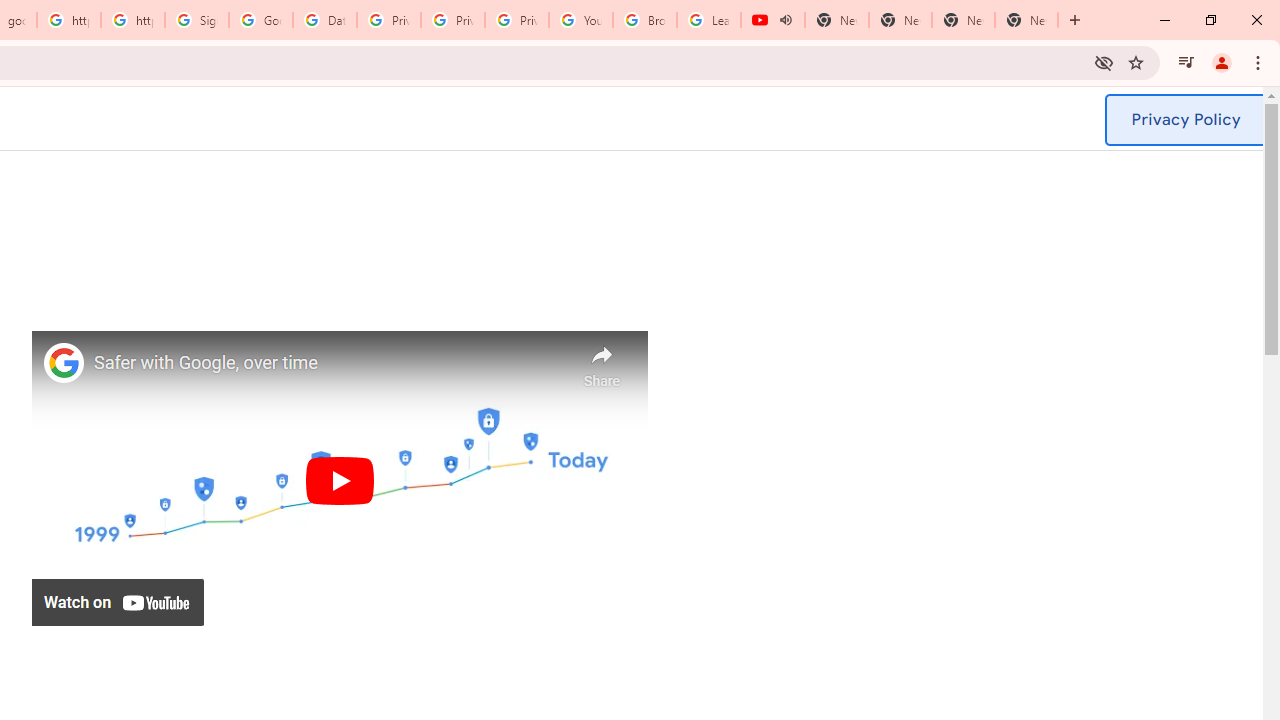 This screenshot has height=720, width=1280. What do you see at coordinates (1185, 119) in the screenshot?
I see `'Privacy Policy'` at bounding box center [1185, 119].